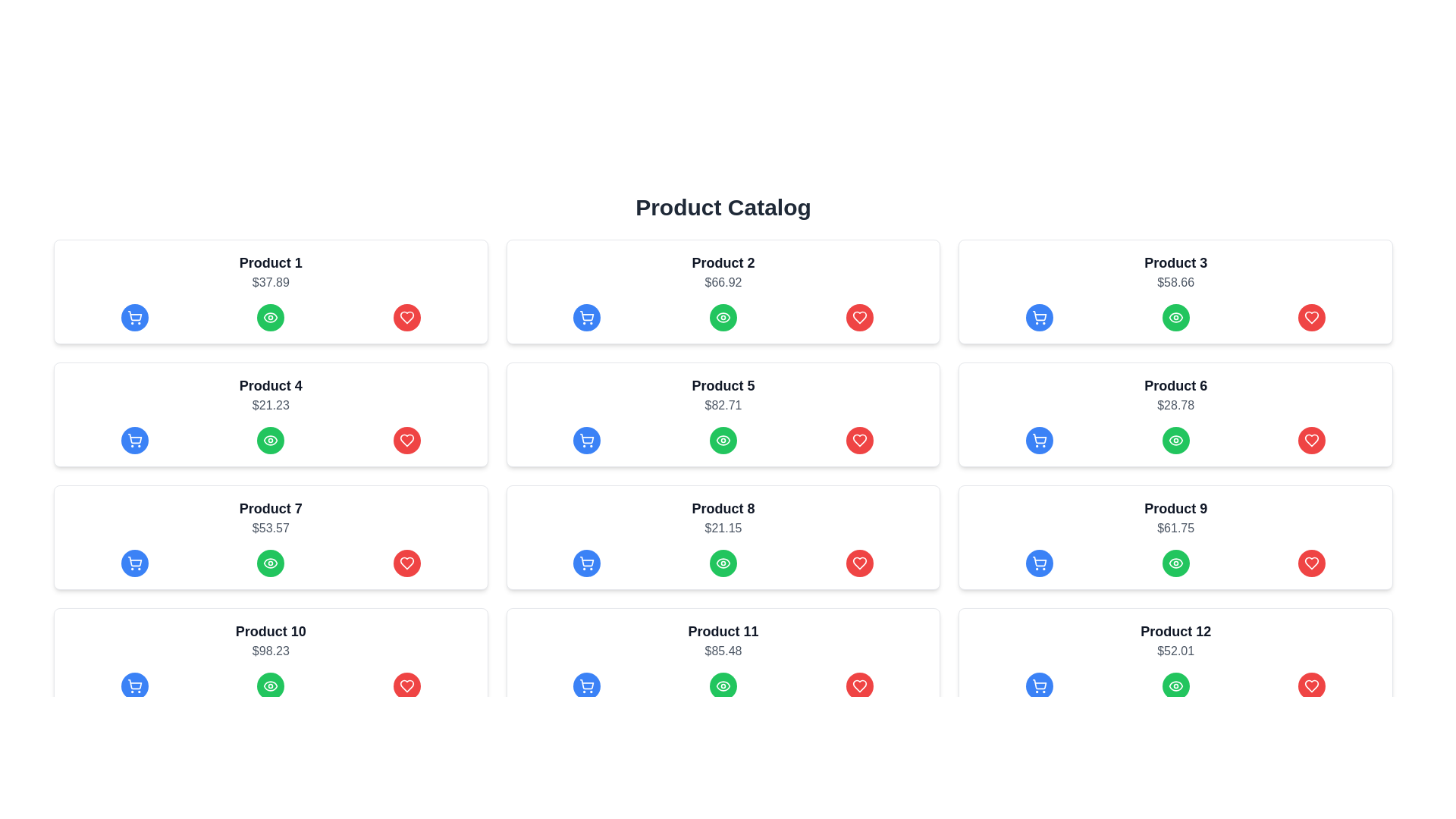 The height and width of the screenshot is (819, 1456). What do you see at coordinates (406, 563) in the screenshot?
I see `the rightmost icon in the 'Product 7' card for advanced interactions` at bounding box center [406, 563].